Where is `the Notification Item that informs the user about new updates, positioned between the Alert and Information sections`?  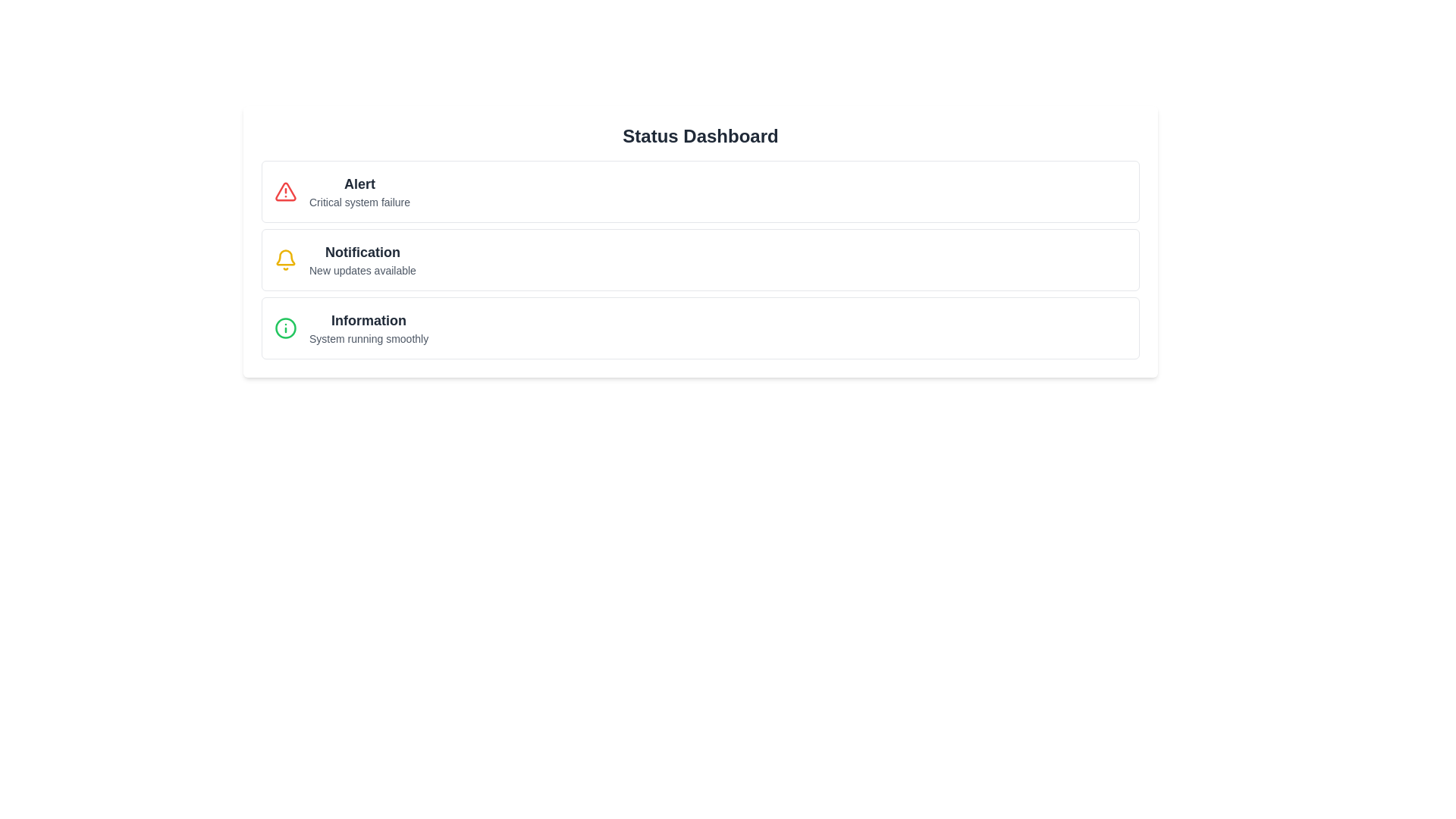 the Notification Item that informs the user about new updates, positioned between the Alert and Information sections is located at coordinates (700, 259).